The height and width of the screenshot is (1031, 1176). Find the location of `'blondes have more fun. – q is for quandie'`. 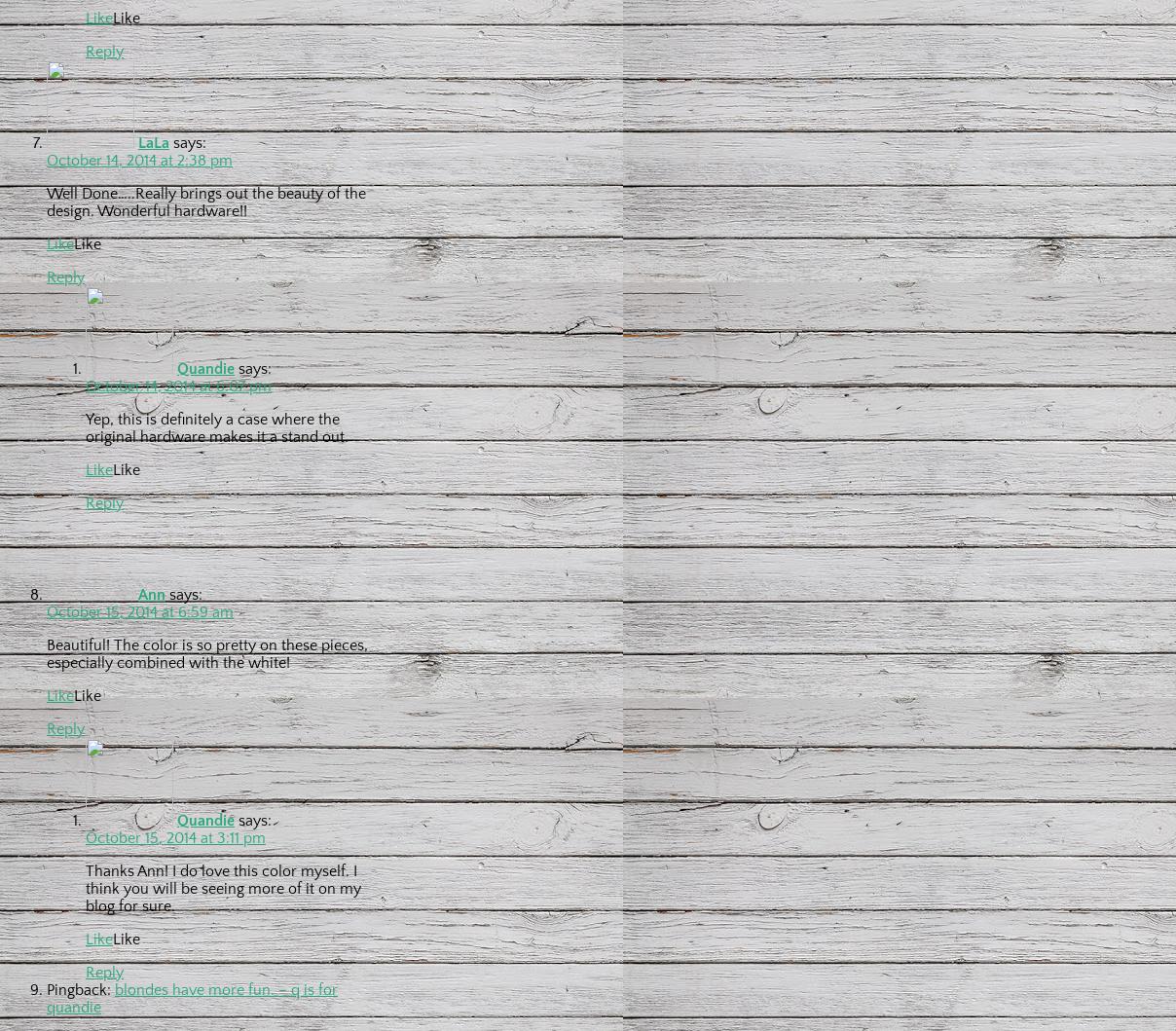

'blondes have more fun. – q is for quandie' is located at coordinates (45, 997).